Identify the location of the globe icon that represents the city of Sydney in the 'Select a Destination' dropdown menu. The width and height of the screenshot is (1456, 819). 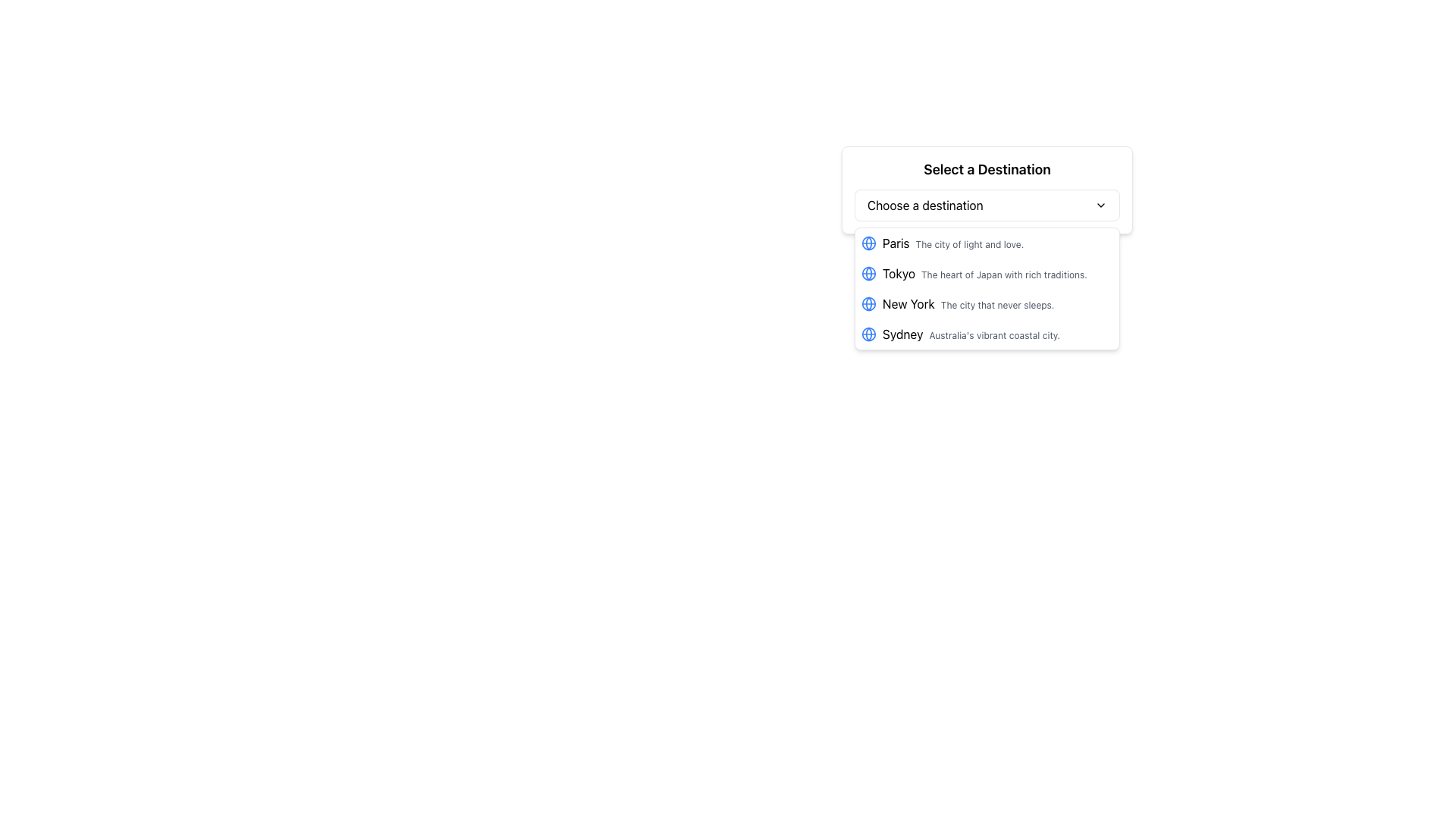
(869, 333).